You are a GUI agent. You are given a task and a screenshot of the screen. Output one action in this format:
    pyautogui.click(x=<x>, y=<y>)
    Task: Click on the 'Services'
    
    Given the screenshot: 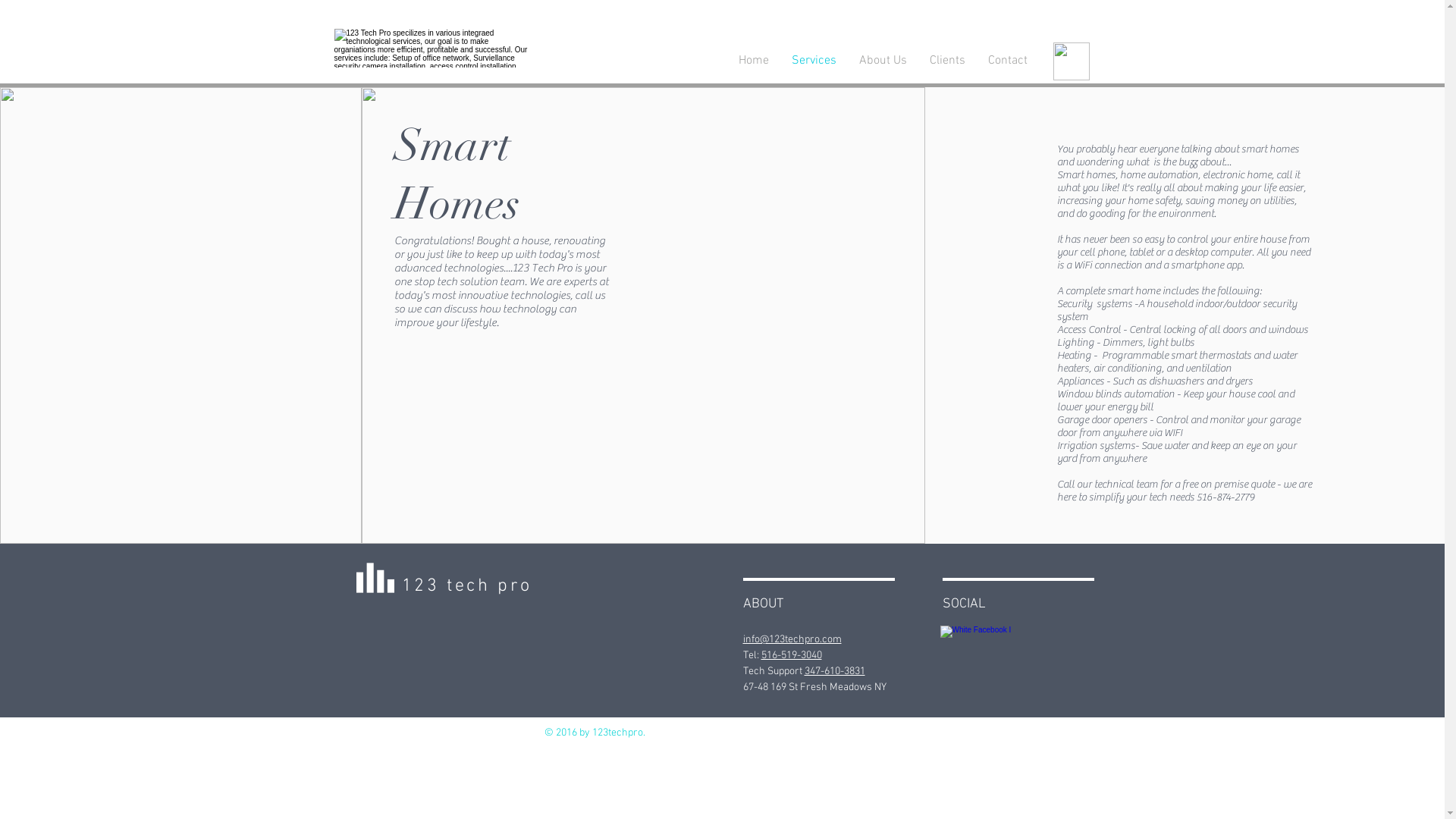 What is the action you would take?
    pyautogui.click(x=812, y=60)
    